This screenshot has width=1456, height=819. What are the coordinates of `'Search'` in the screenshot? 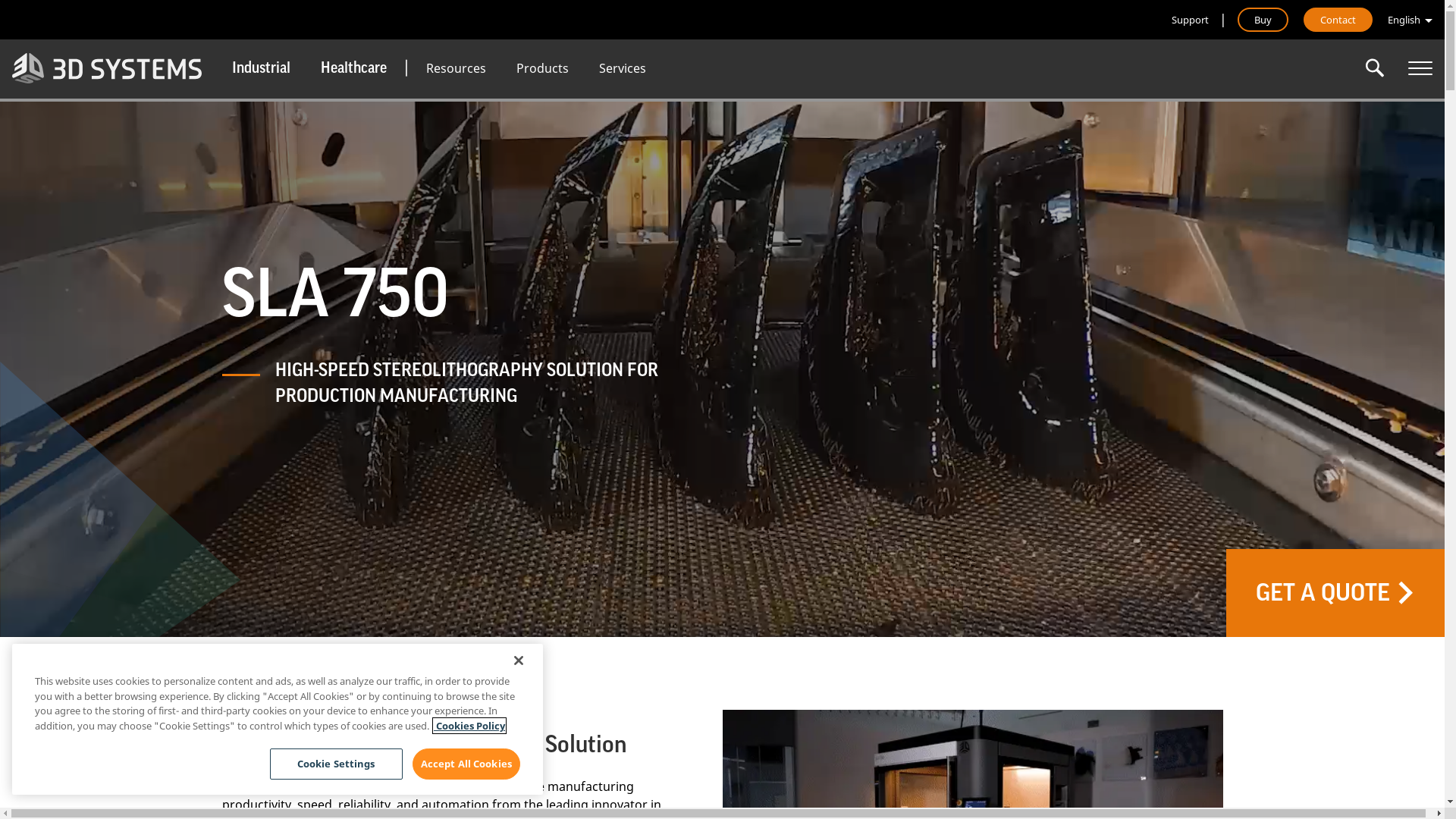 It's located at (1375, 67).